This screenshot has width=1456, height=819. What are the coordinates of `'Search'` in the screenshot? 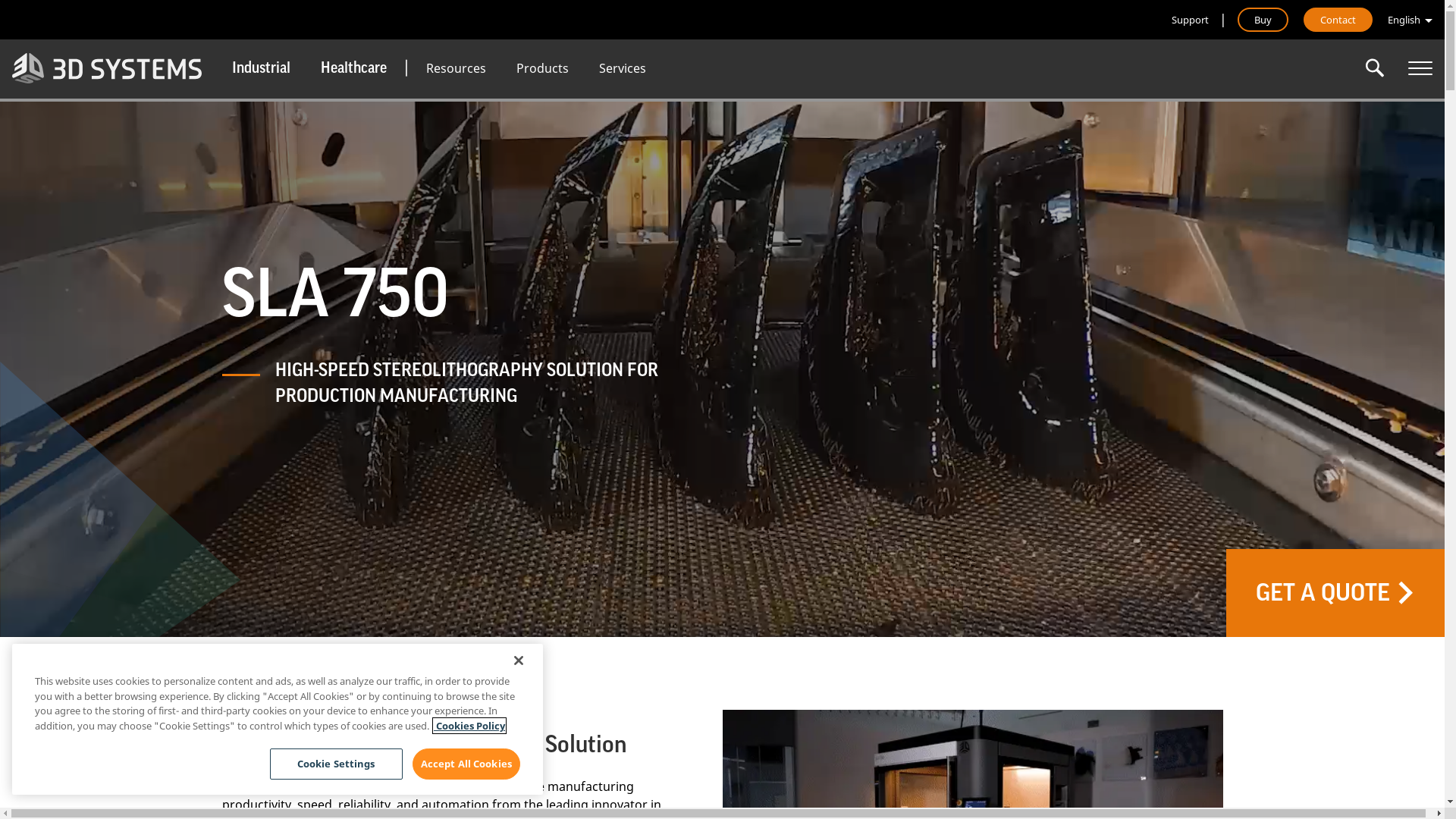 It's located at (1375, 67).